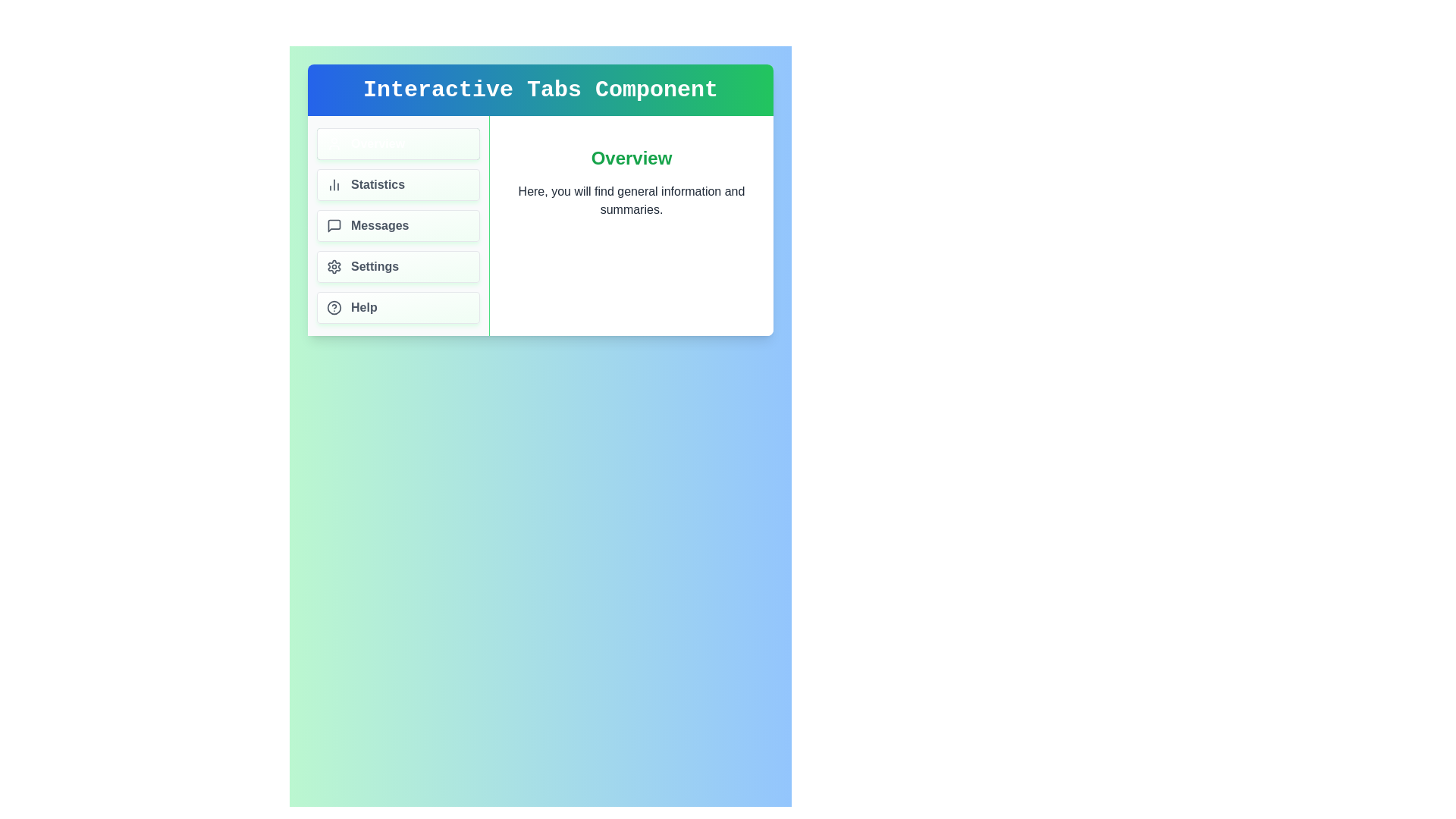  I want to click on the tab labeled Messages by clicking on its area, so click(398, 225).